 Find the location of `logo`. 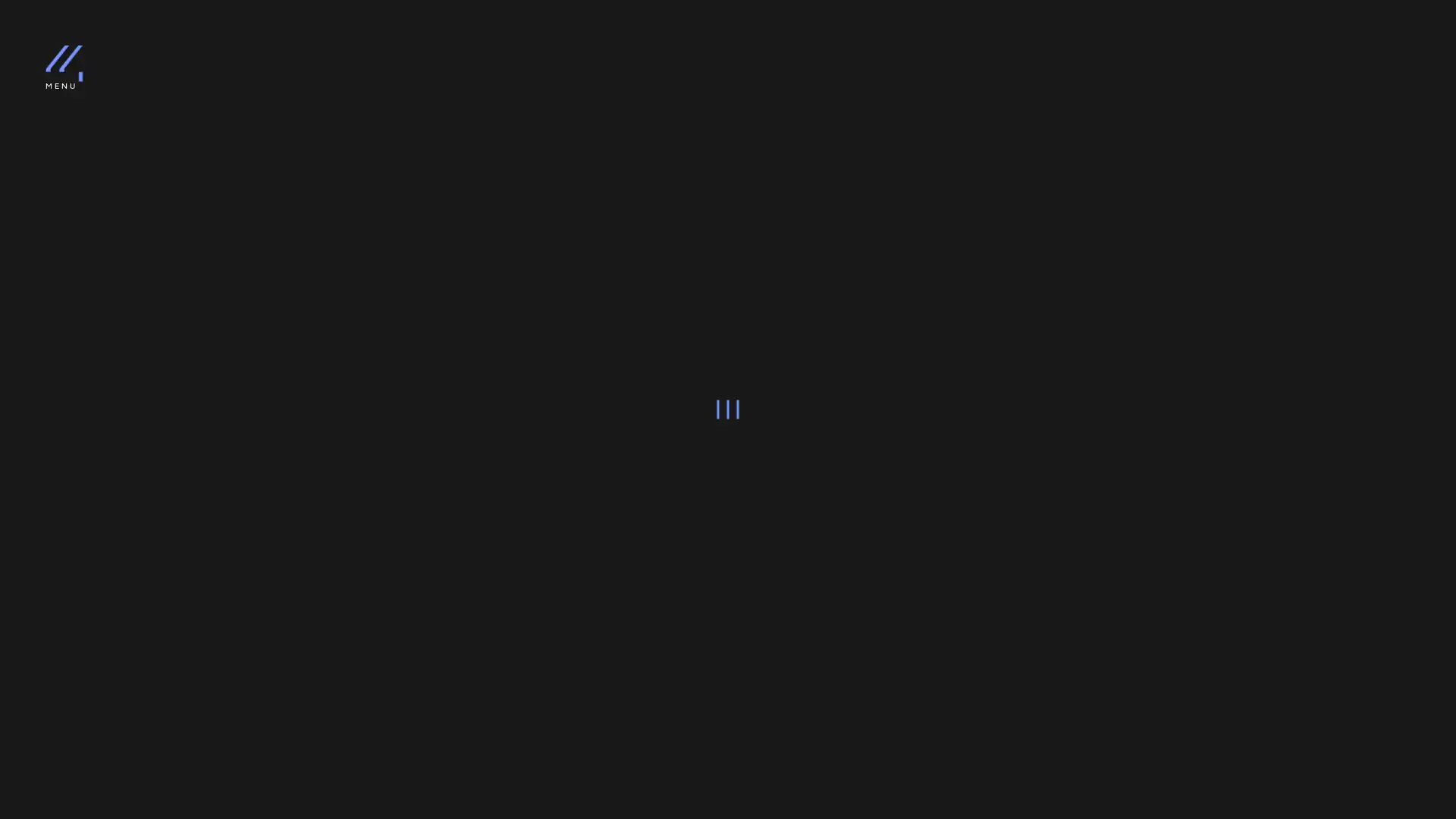

logo is located at coordinates (64, 62).